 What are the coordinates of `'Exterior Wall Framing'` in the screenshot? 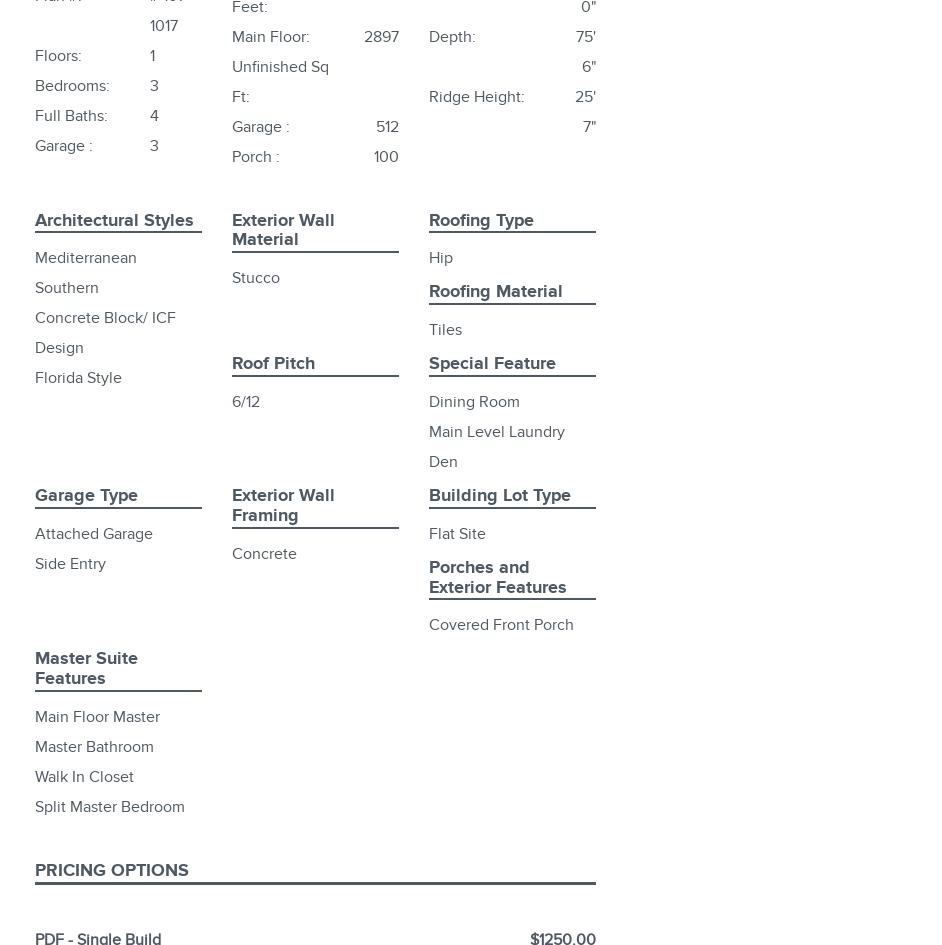 It's located at (283, 504).